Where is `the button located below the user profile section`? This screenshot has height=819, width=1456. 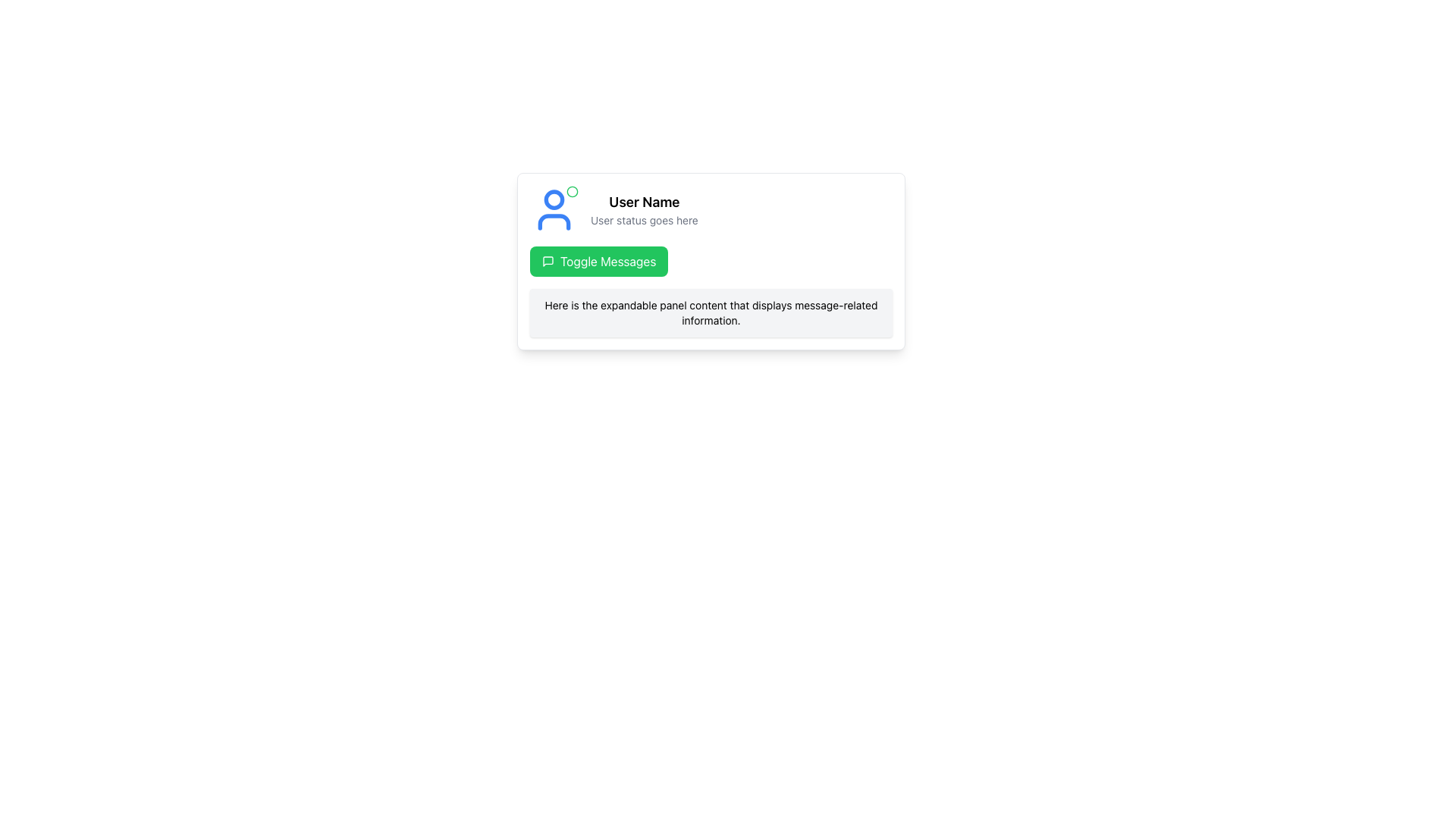
the button located below the user profile section is located at coordinates (598, 260).